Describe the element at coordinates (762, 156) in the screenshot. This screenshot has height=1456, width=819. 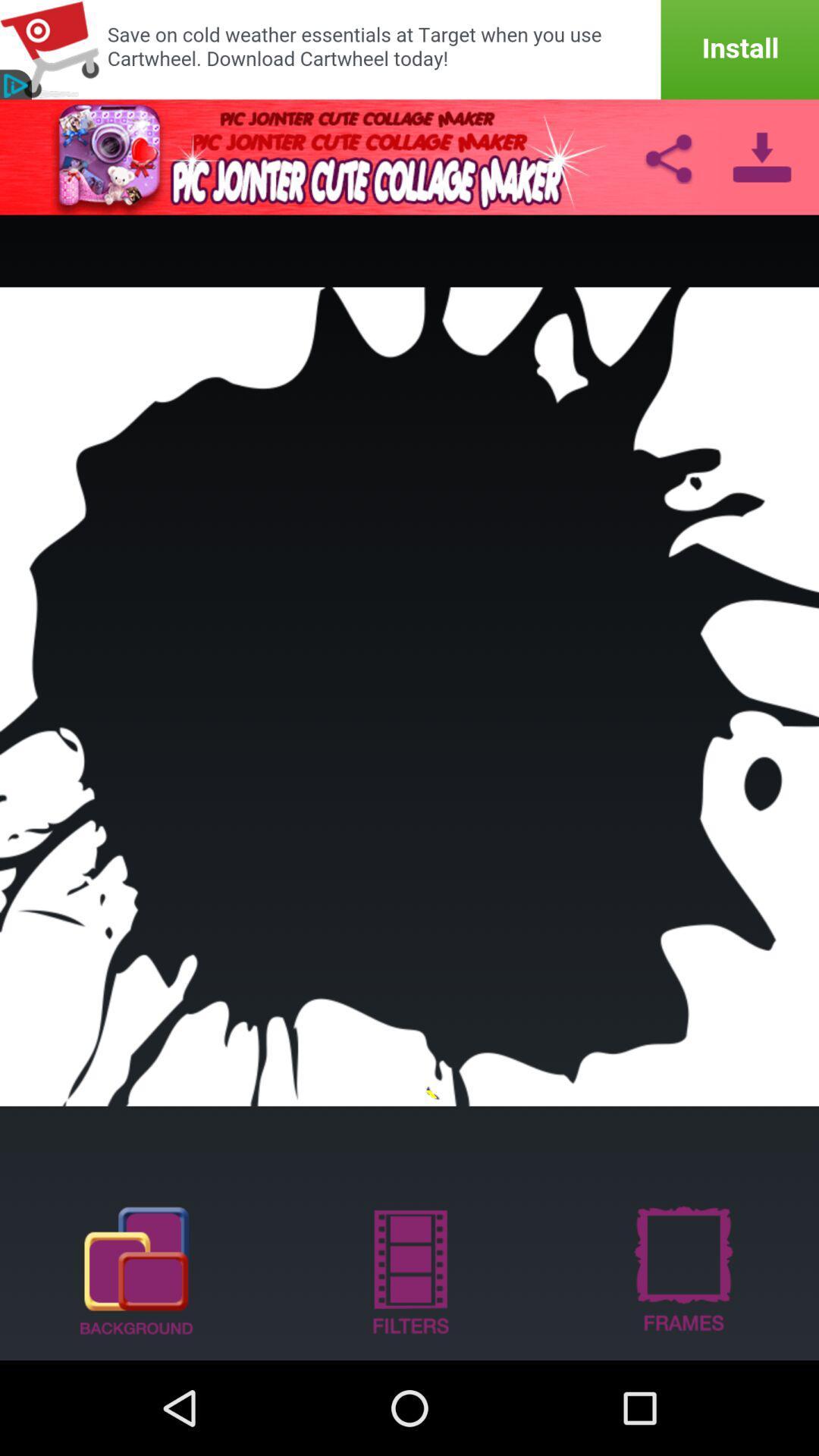
I see `download the article` at that location.